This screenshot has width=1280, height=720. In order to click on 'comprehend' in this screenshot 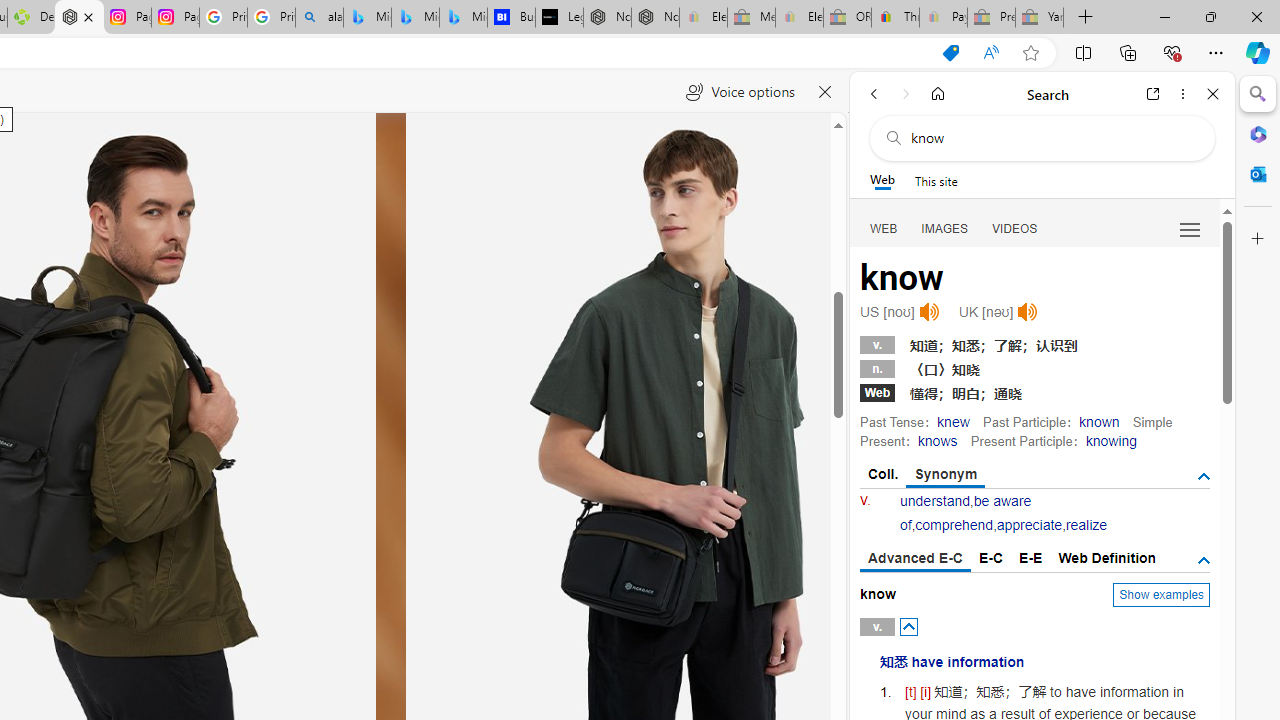, I will do `click(953, 524)`.